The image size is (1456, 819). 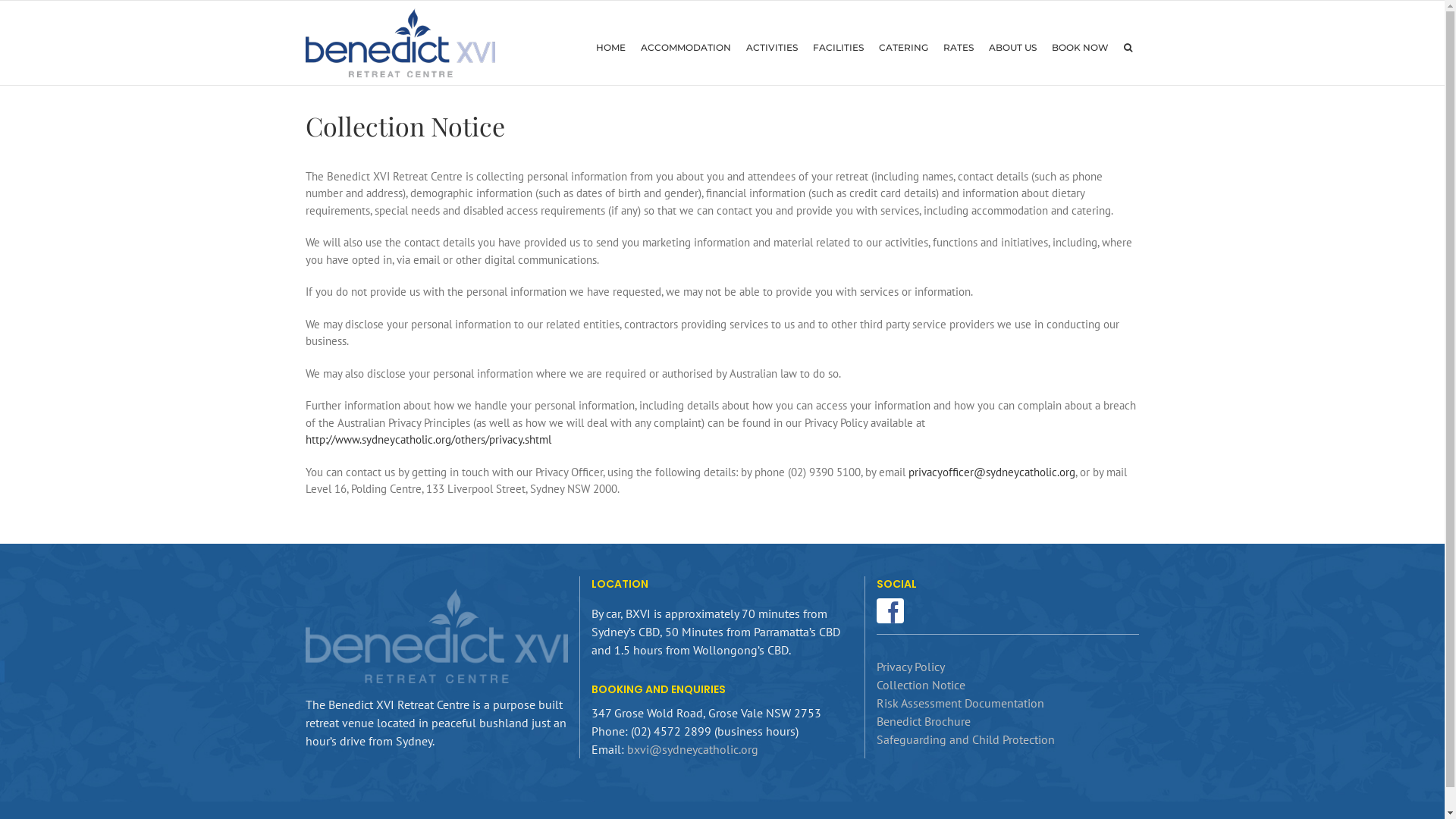 What do you see at coordinates (771, 46) in the screenshot?
I see `'ACTIVITIES'` at bounding box center [771, 46].